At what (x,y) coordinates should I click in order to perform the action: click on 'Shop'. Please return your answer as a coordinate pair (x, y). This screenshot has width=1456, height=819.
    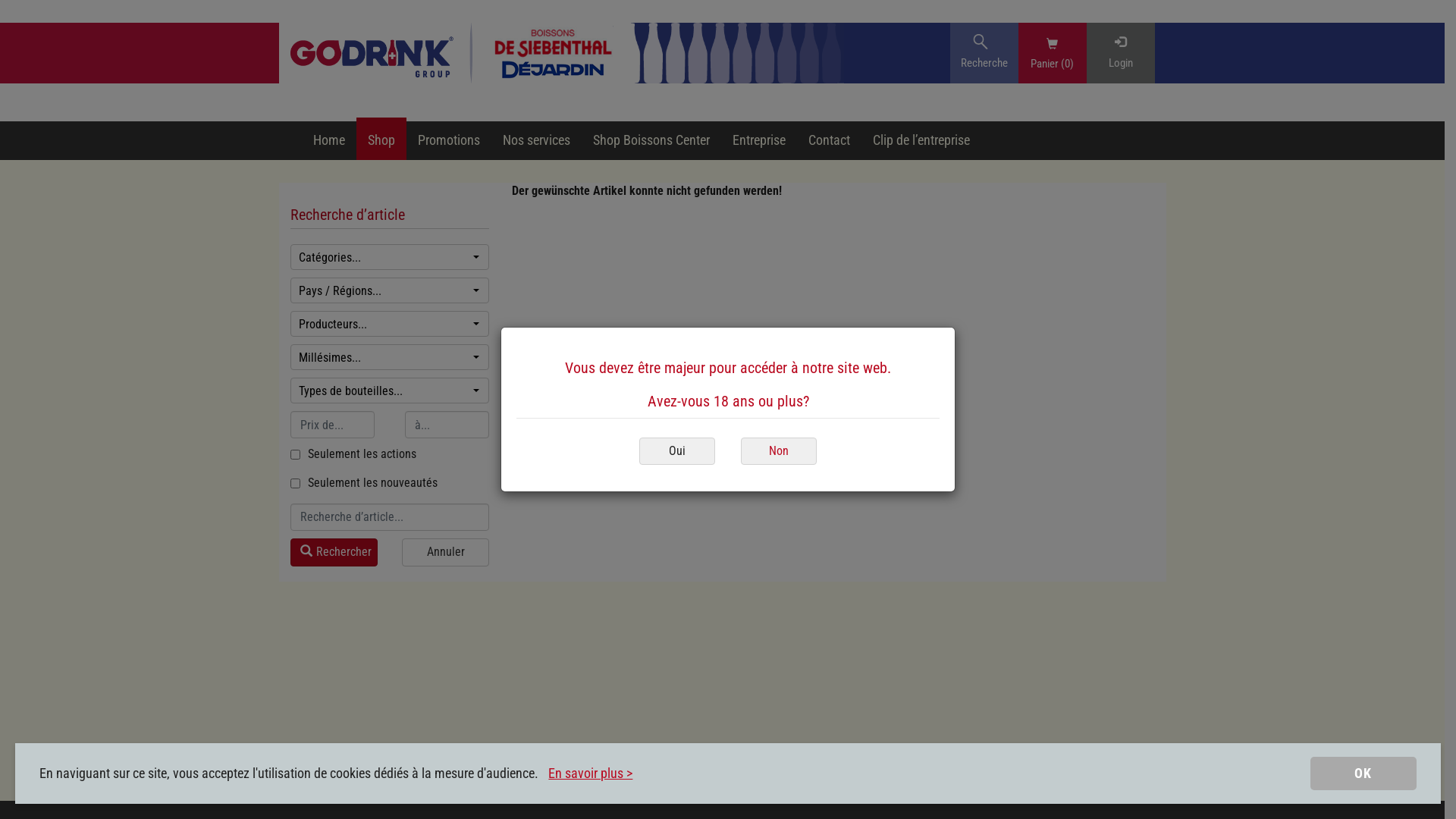
    Looking at the image, I should click on (381, 140).